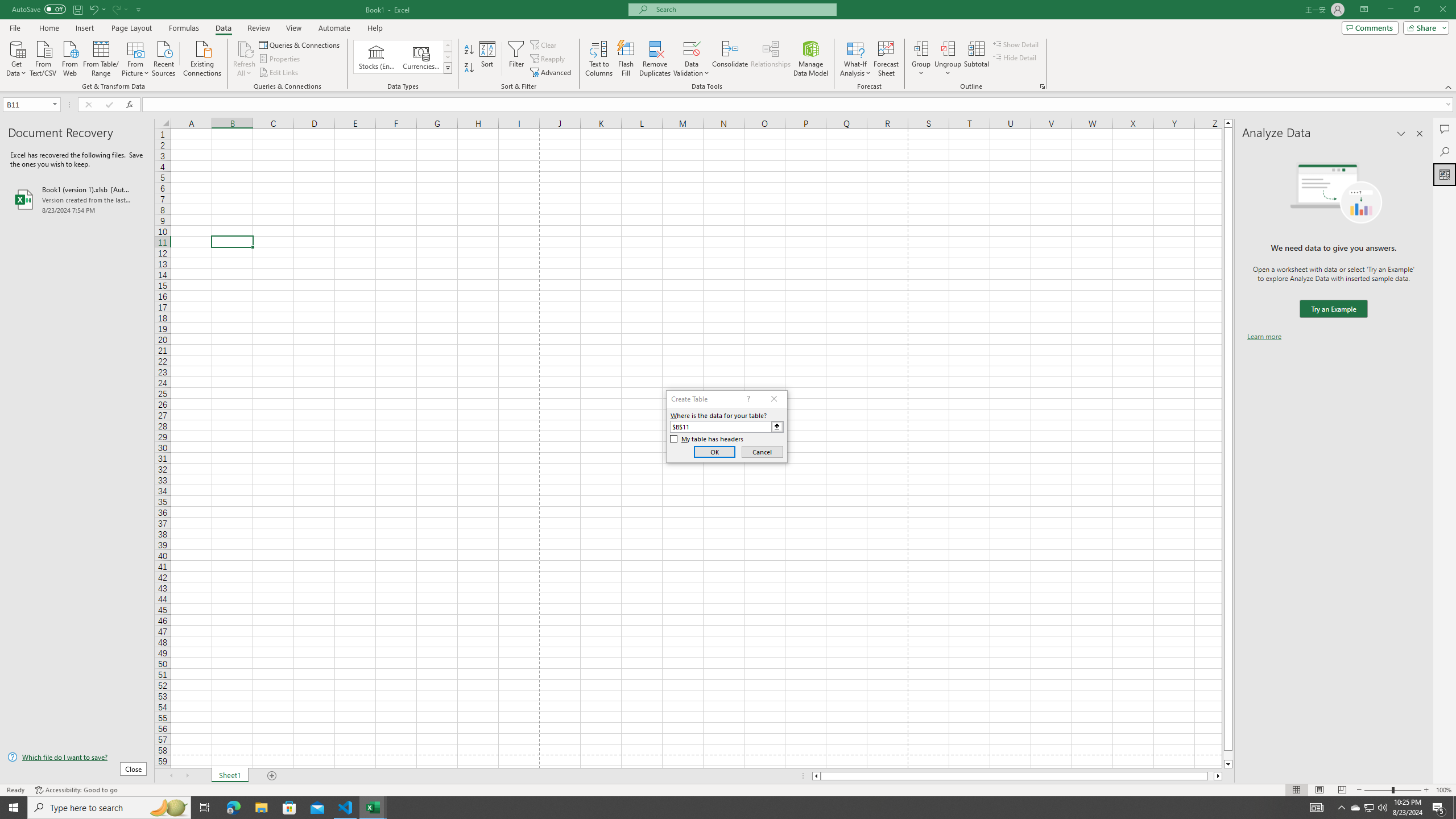  Describe the element at coordinates (1264, 336) in the screenshot. I see `'Learn more'` at that location.